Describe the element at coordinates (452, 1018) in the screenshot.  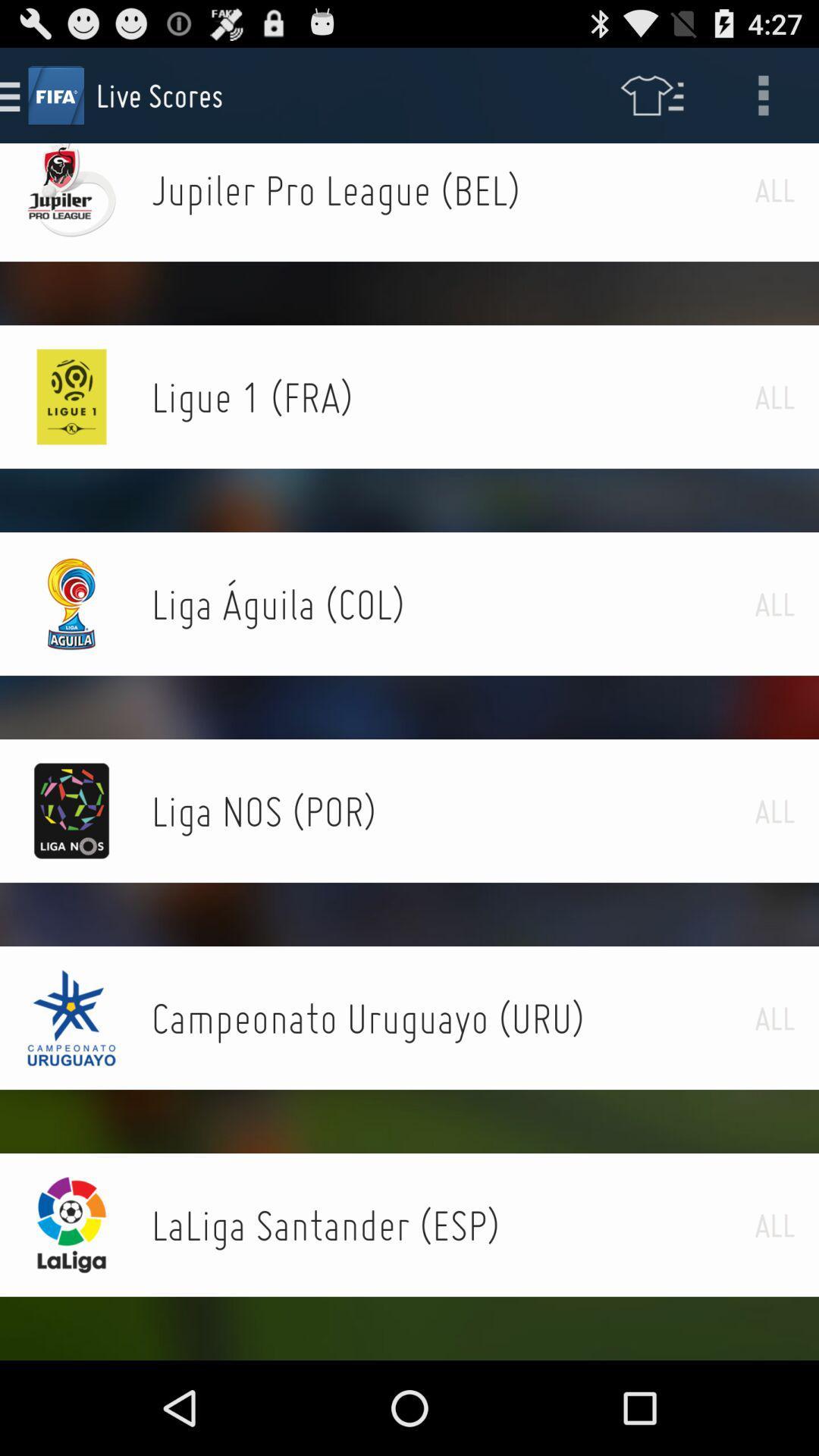
I see `the campeonato uruguayo (uru) icon` at that location.